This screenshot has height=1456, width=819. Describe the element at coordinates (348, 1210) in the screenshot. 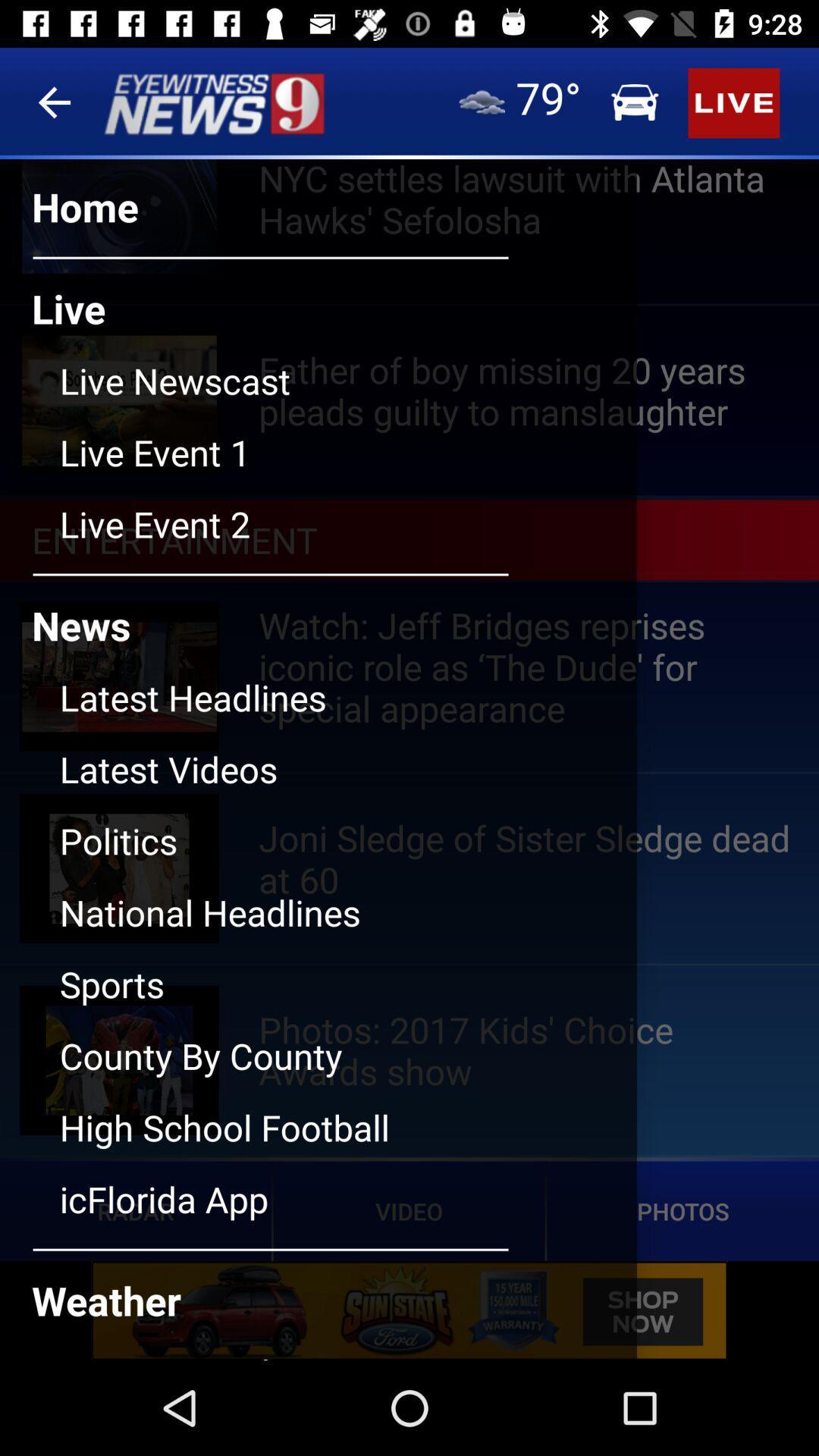

I see `last option under news` at that location.